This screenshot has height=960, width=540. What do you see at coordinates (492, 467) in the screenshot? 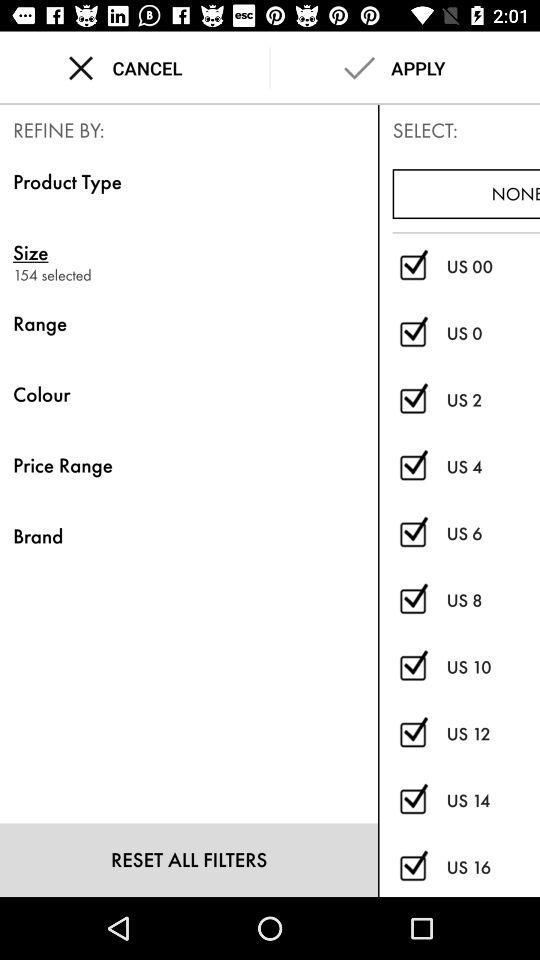
I see `the item below us 2` at bounding box center [492, 467].